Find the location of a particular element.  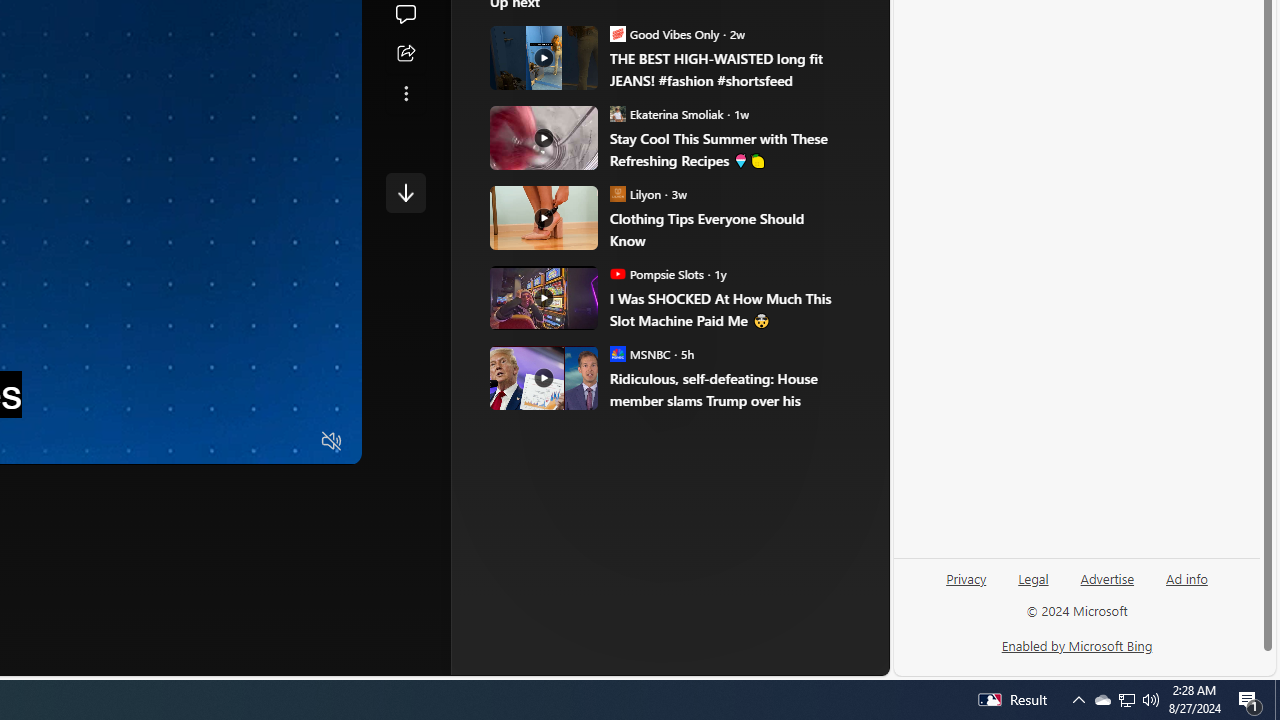

'Class: control' is located at coordinates (405, 192).